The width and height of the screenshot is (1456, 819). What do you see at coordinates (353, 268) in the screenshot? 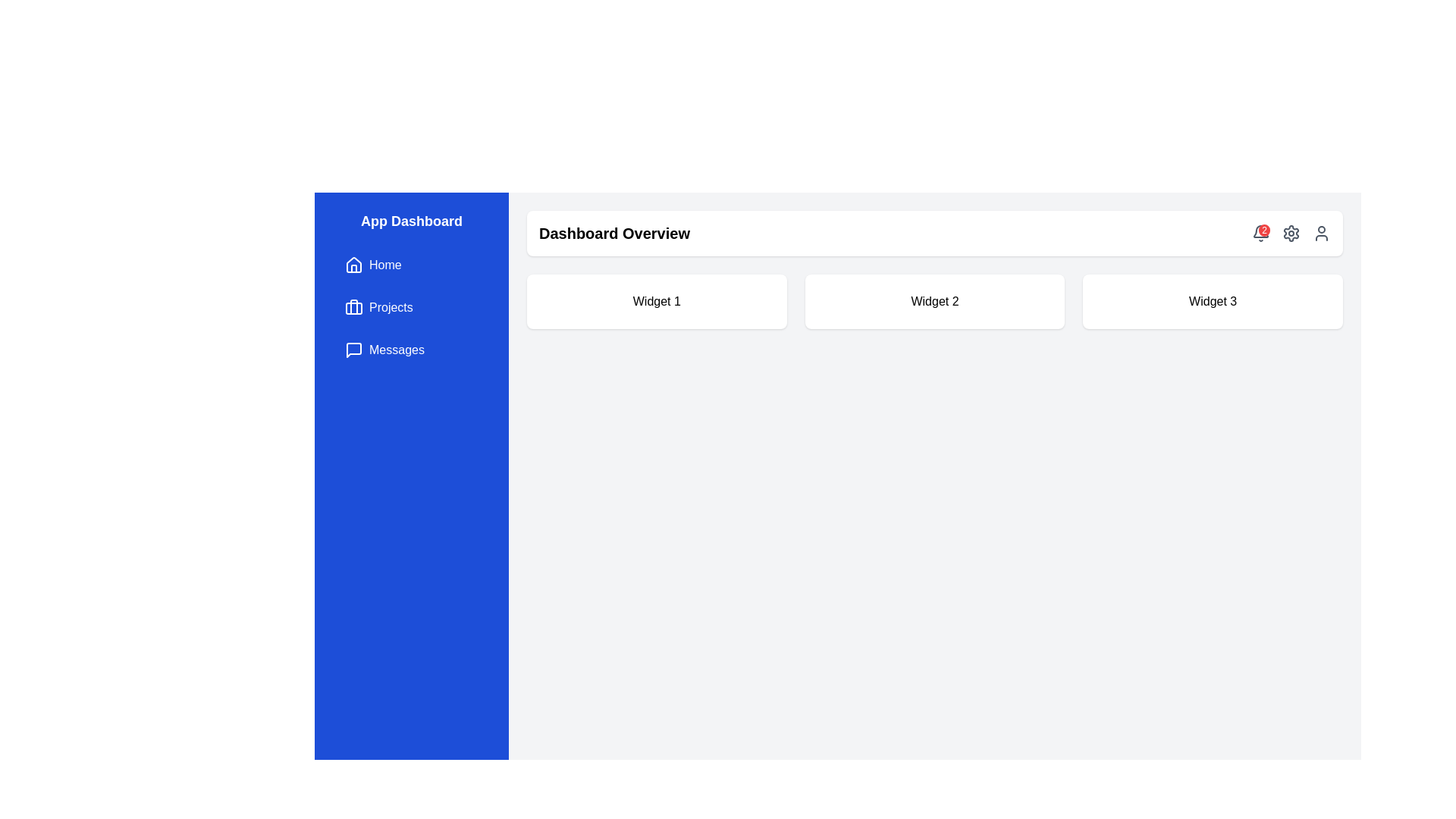
I see `the vertical rectangle with rounded edges representing the building in the outlined house icon located in the middle part of the house icon within the left navigation sidebar` at bounding box center [353, 268].